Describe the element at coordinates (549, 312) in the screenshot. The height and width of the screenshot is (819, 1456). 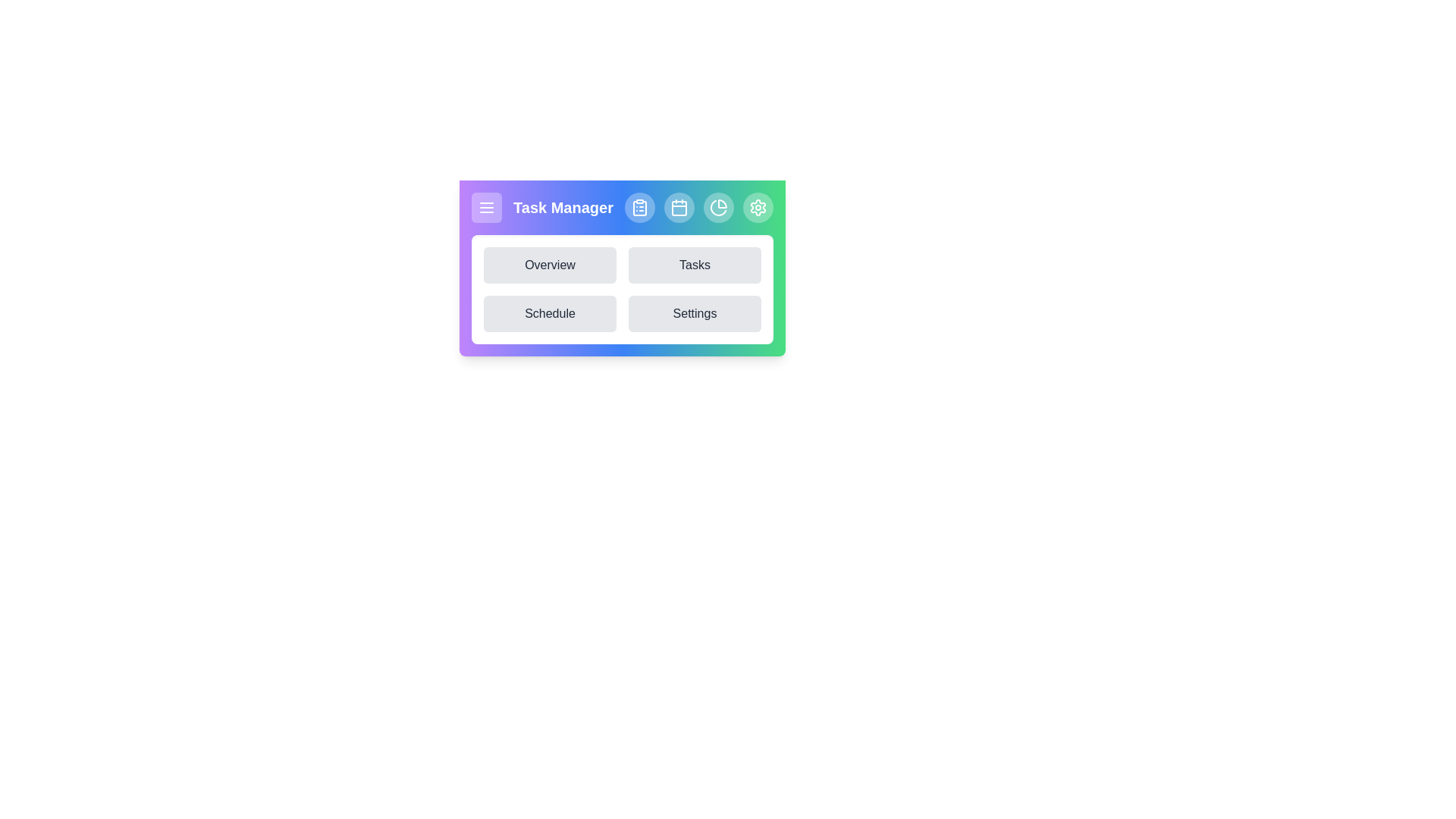
I see `the Schedule navigation button` at that location.